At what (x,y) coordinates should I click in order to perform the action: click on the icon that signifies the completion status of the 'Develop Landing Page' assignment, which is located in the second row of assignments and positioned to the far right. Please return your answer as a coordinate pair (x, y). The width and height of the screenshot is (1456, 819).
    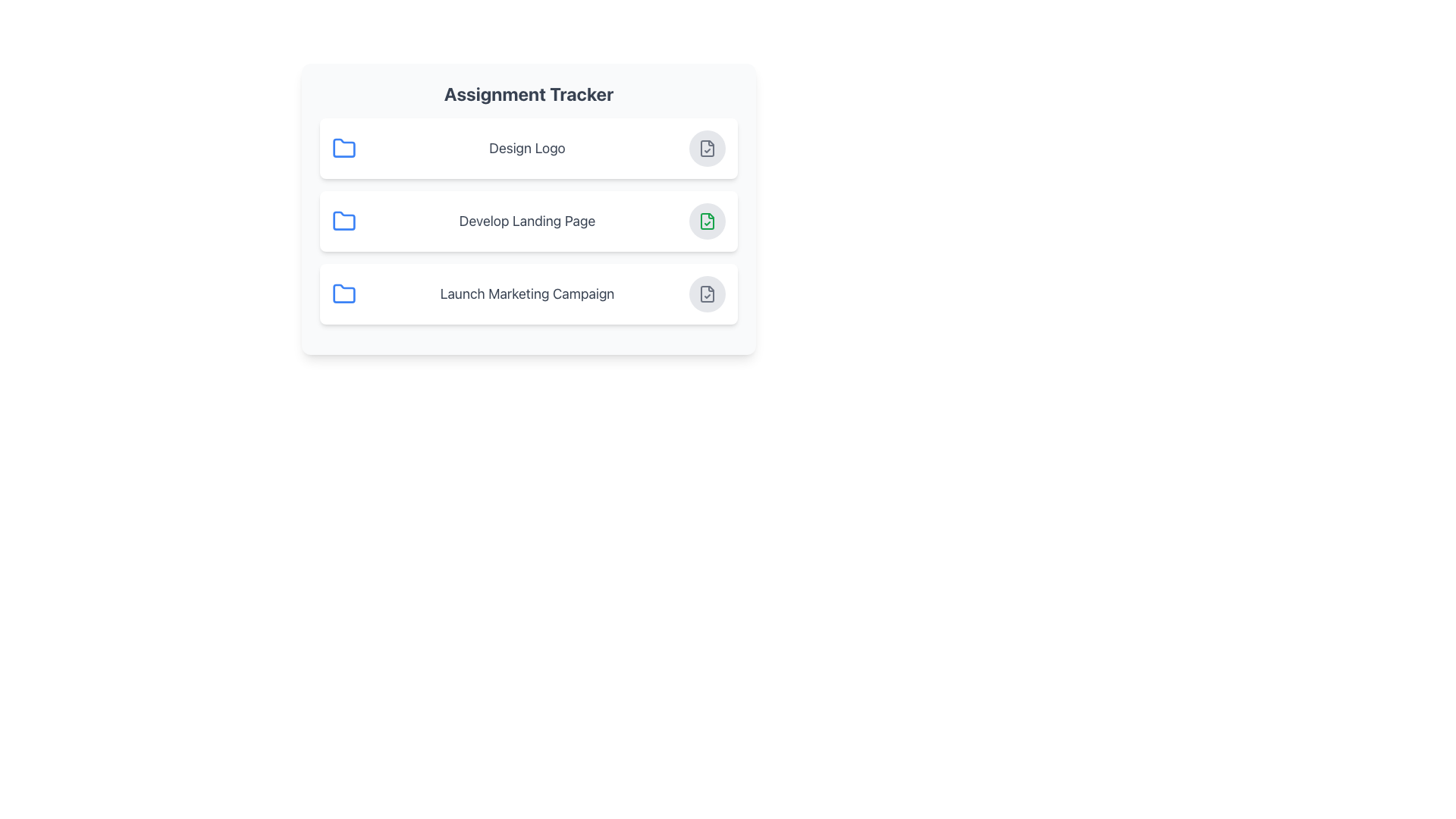
    Looking at the image, I should click on (706, 221).